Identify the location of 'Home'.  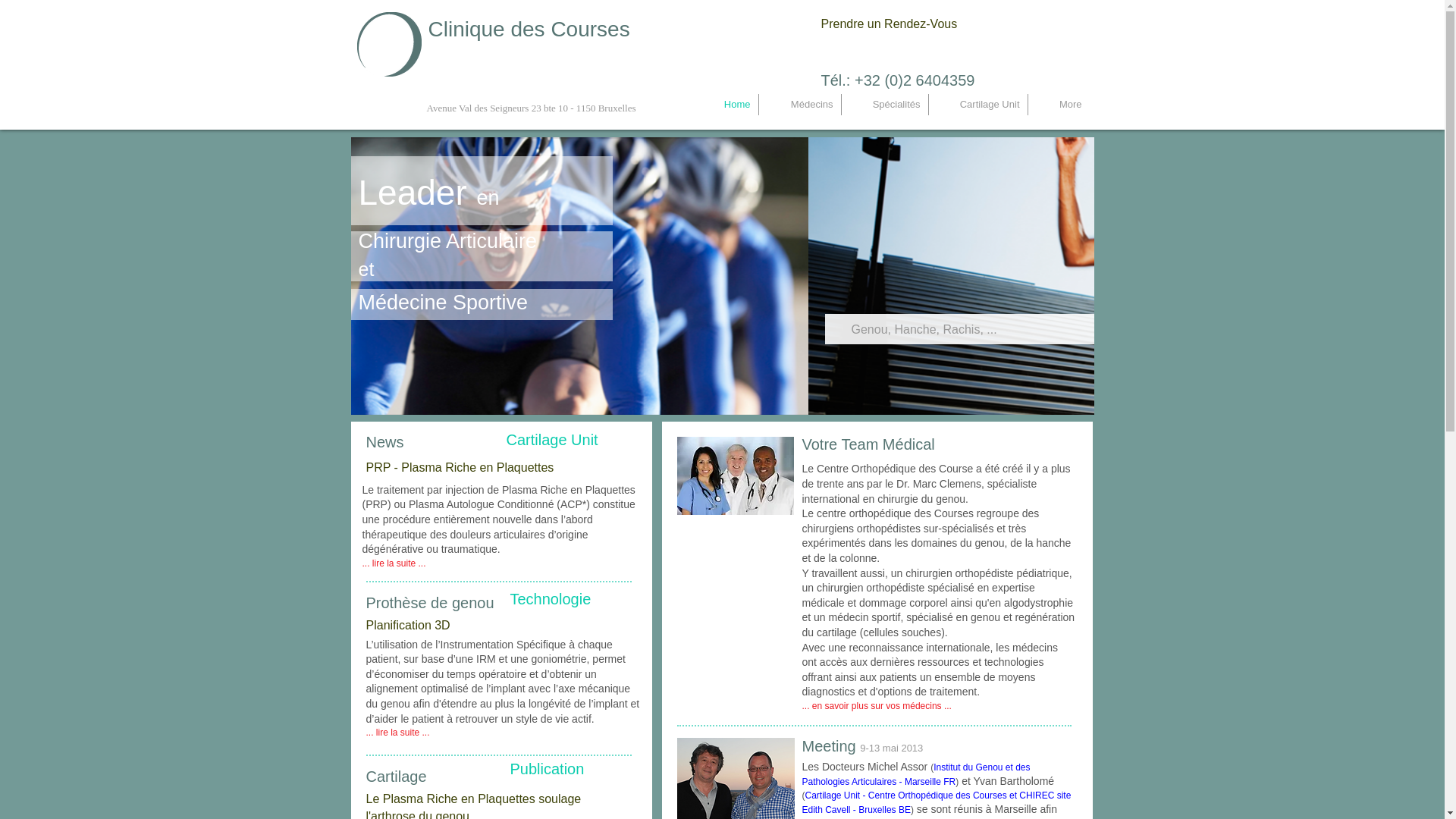
(723, 104).